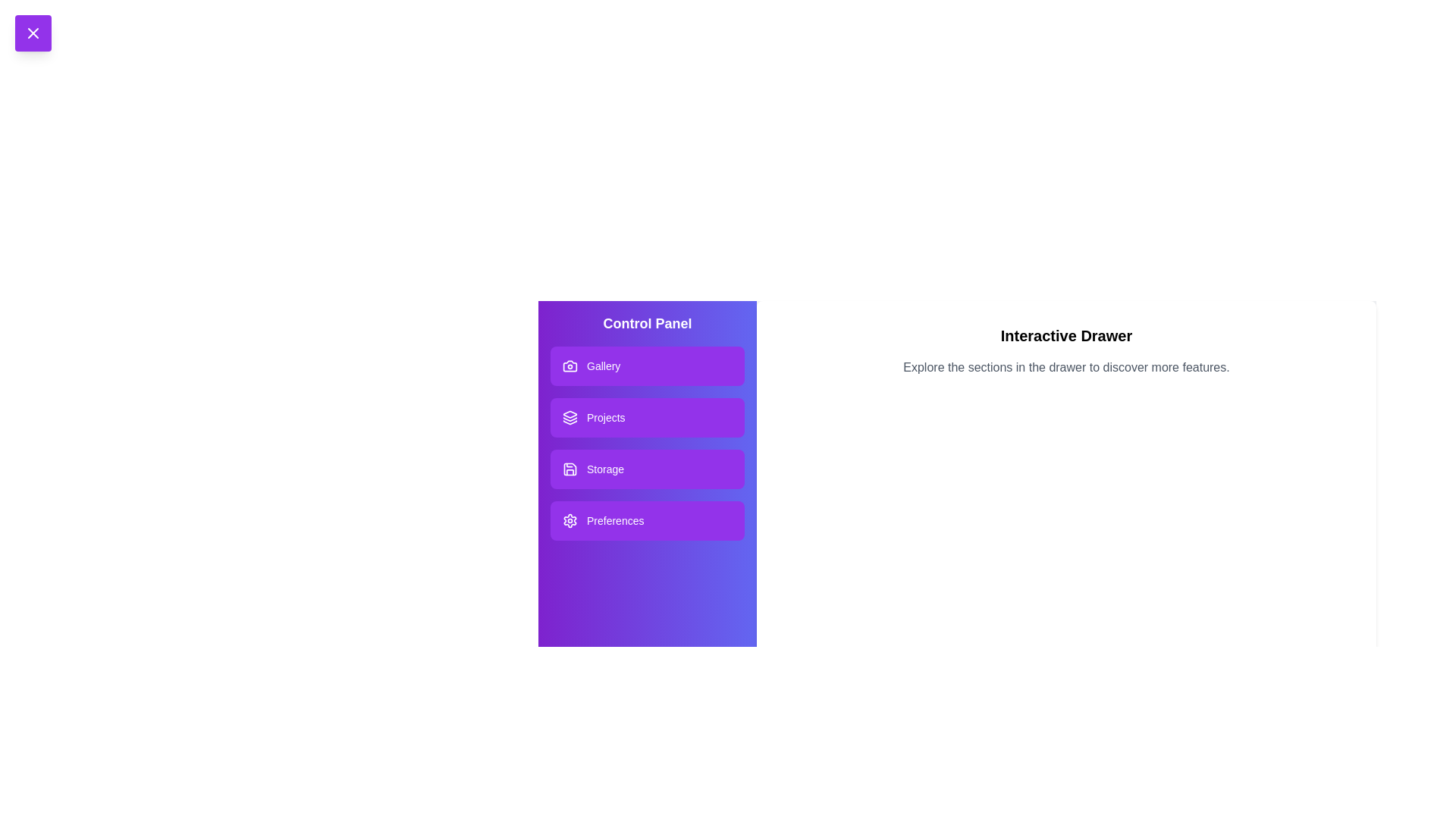 The height and width of the screenshot is (819, 1456). What do you see at coordinates (648, 366) in the screenshot?
I see `the Gallery section in the drawer` at bounding box center [648, 366].